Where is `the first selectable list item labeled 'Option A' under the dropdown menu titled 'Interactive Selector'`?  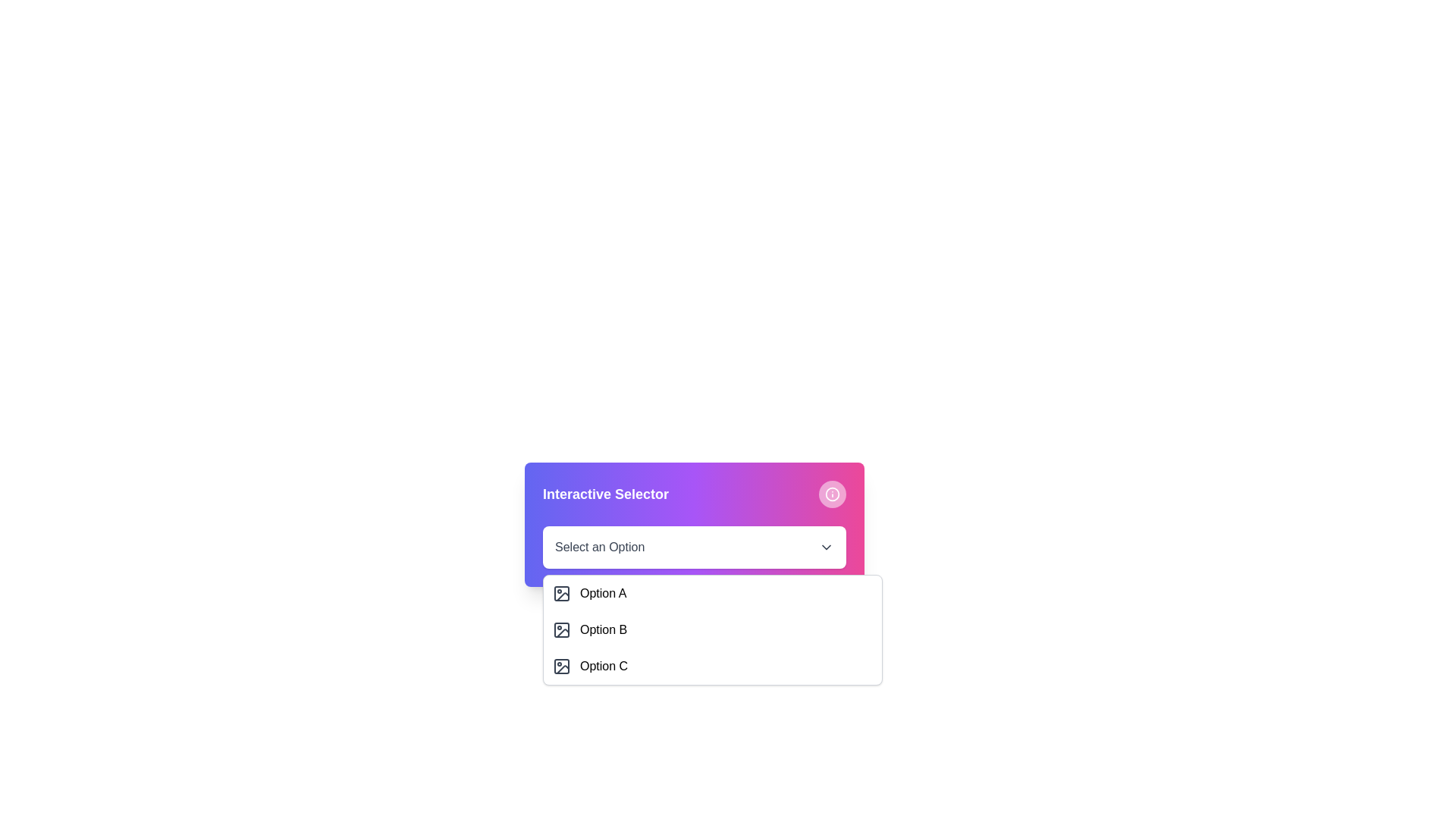 the first selectable list item labeled 'Option A' under the dropdown menu titled 'Interactive Selector' is located at coordinates (712, 593).